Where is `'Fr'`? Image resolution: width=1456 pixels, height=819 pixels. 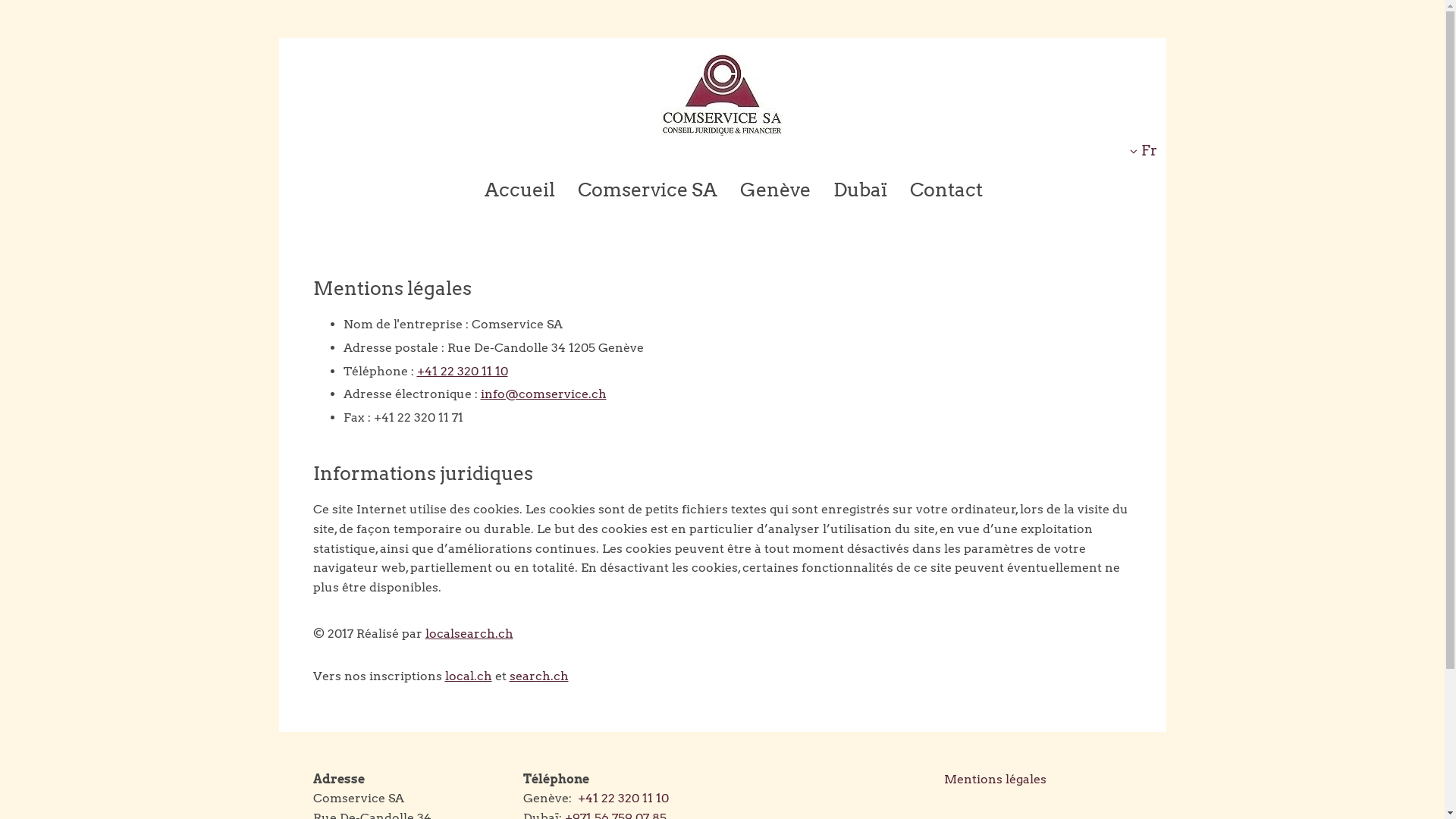 'Fr' is located at coordinates (1143, 150).